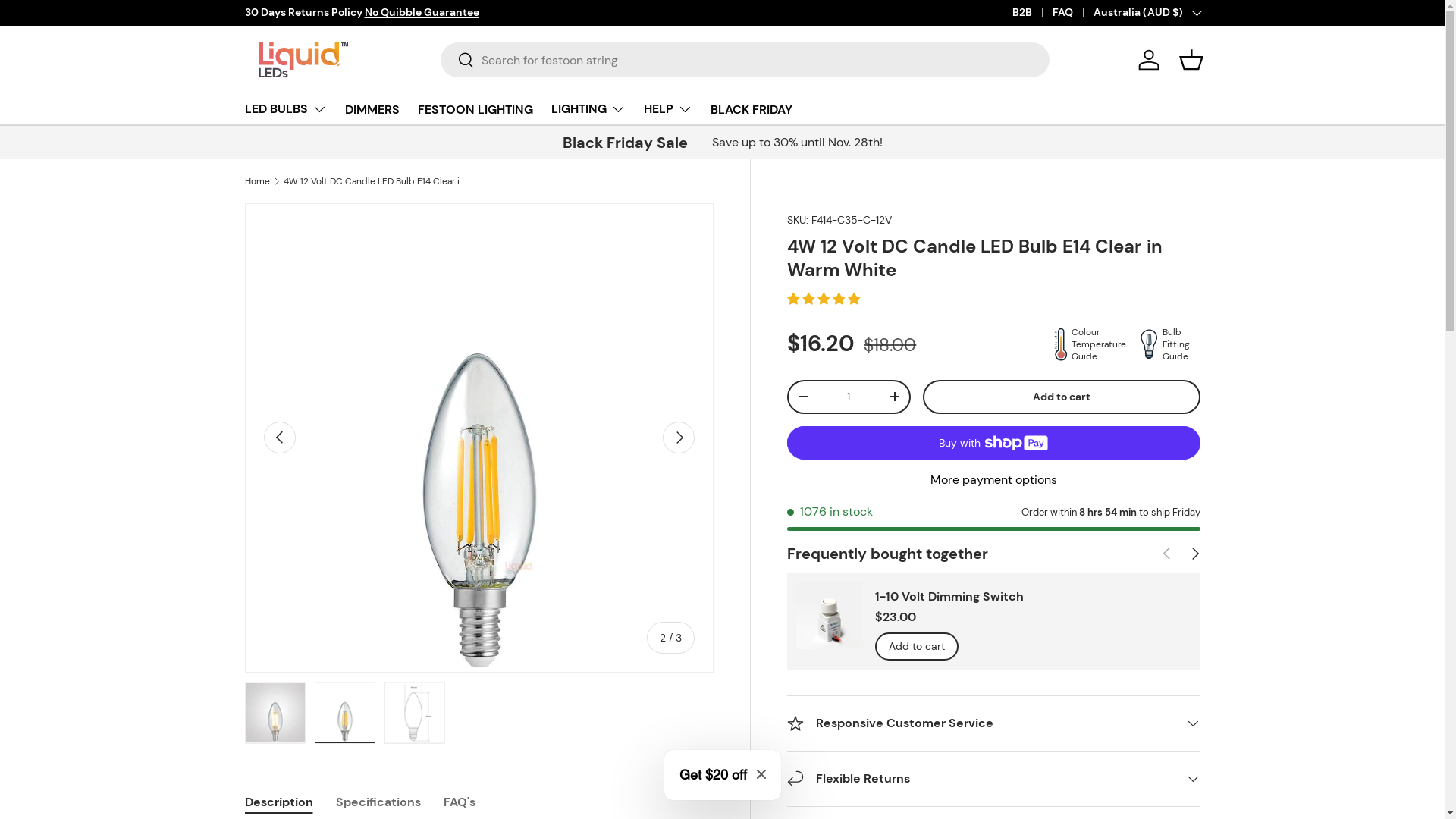 This screenshot has width=1456, height=819. I want to click on 'Colour Temperature Guide', so click(1084, 344).